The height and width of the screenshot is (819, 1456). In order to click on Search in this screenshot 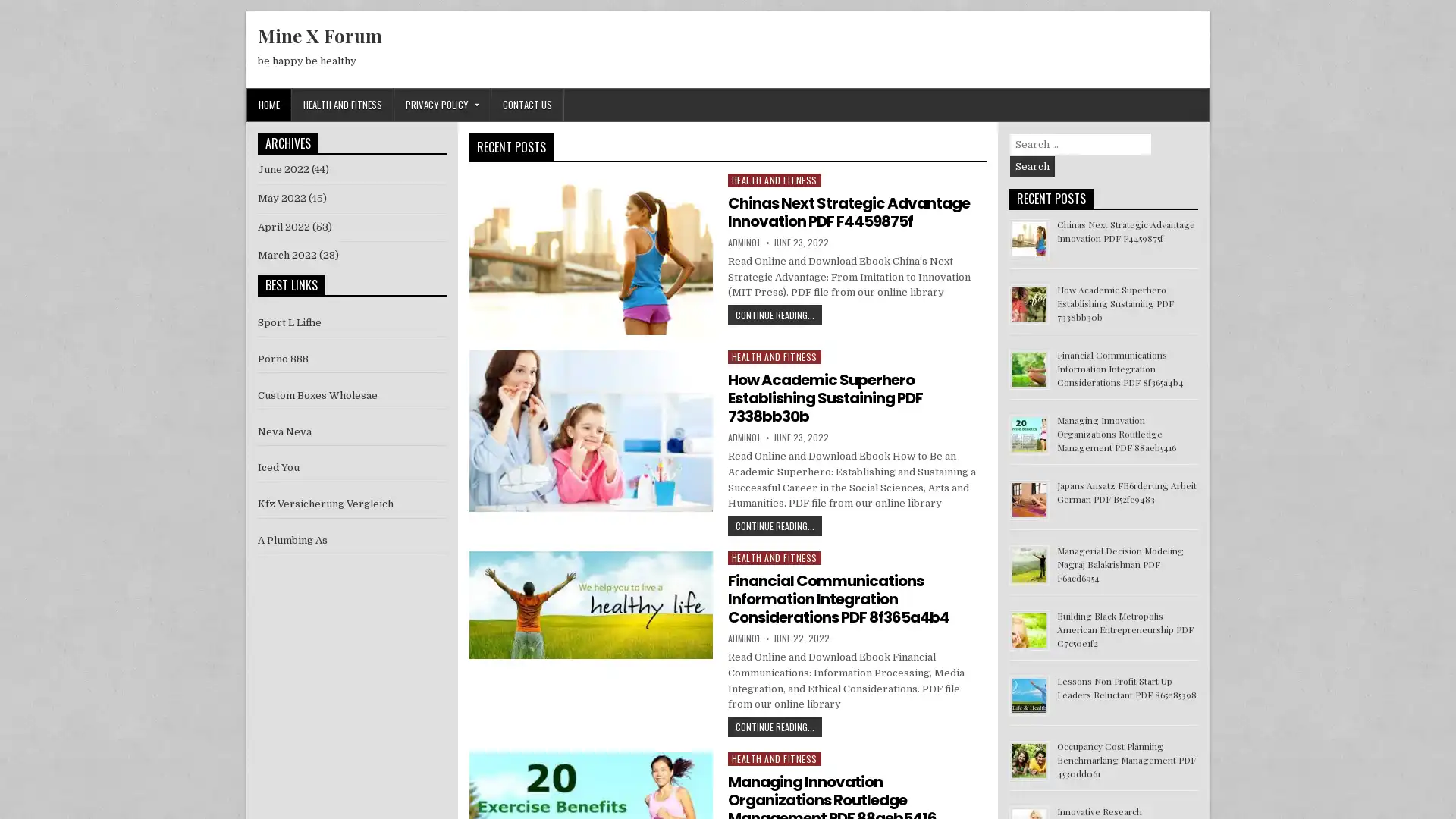, I will do `click(1031, 166)`.